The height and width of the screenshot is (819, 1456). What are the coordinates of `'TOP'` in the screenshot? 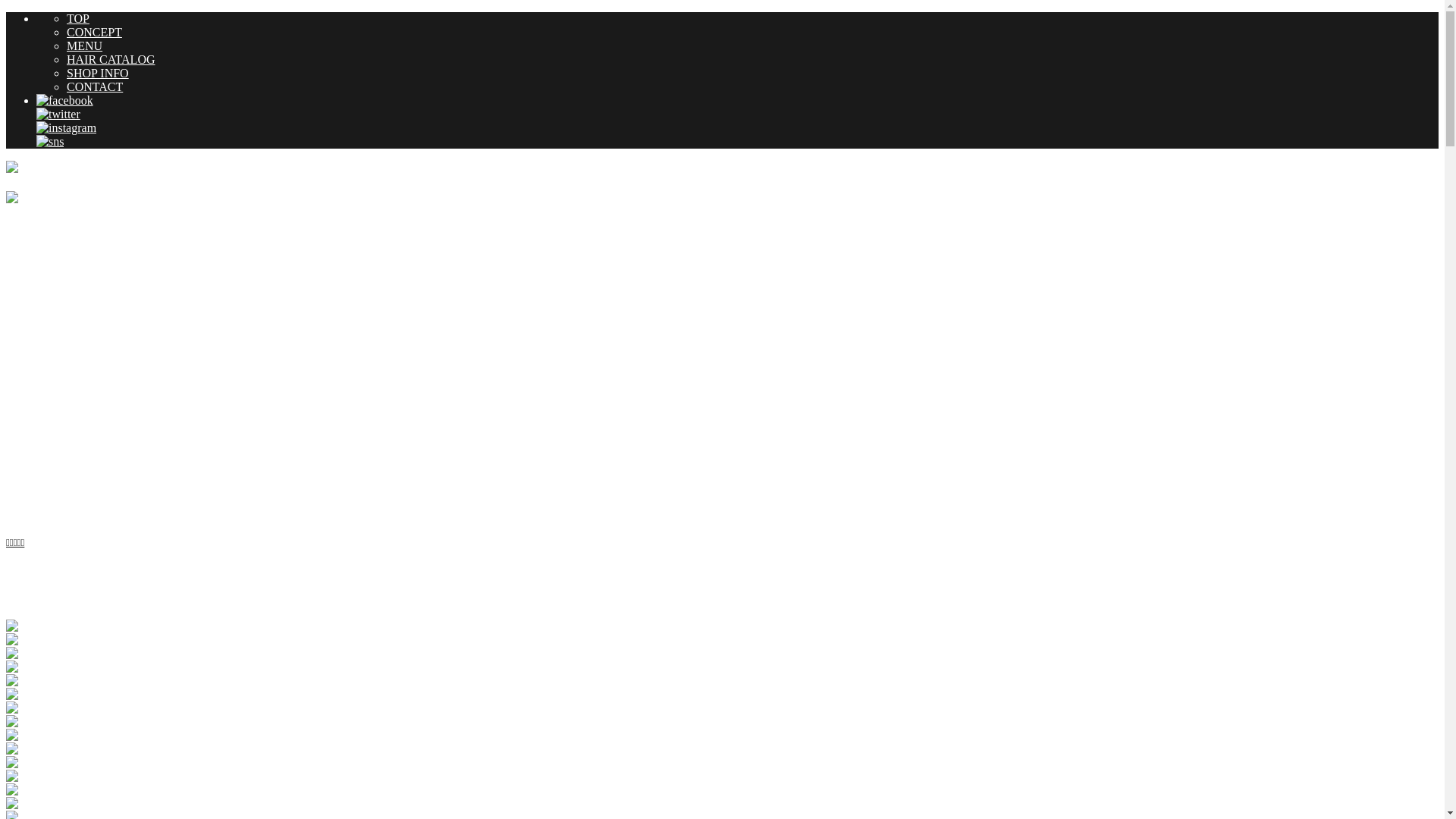 It's located at (65, 18).